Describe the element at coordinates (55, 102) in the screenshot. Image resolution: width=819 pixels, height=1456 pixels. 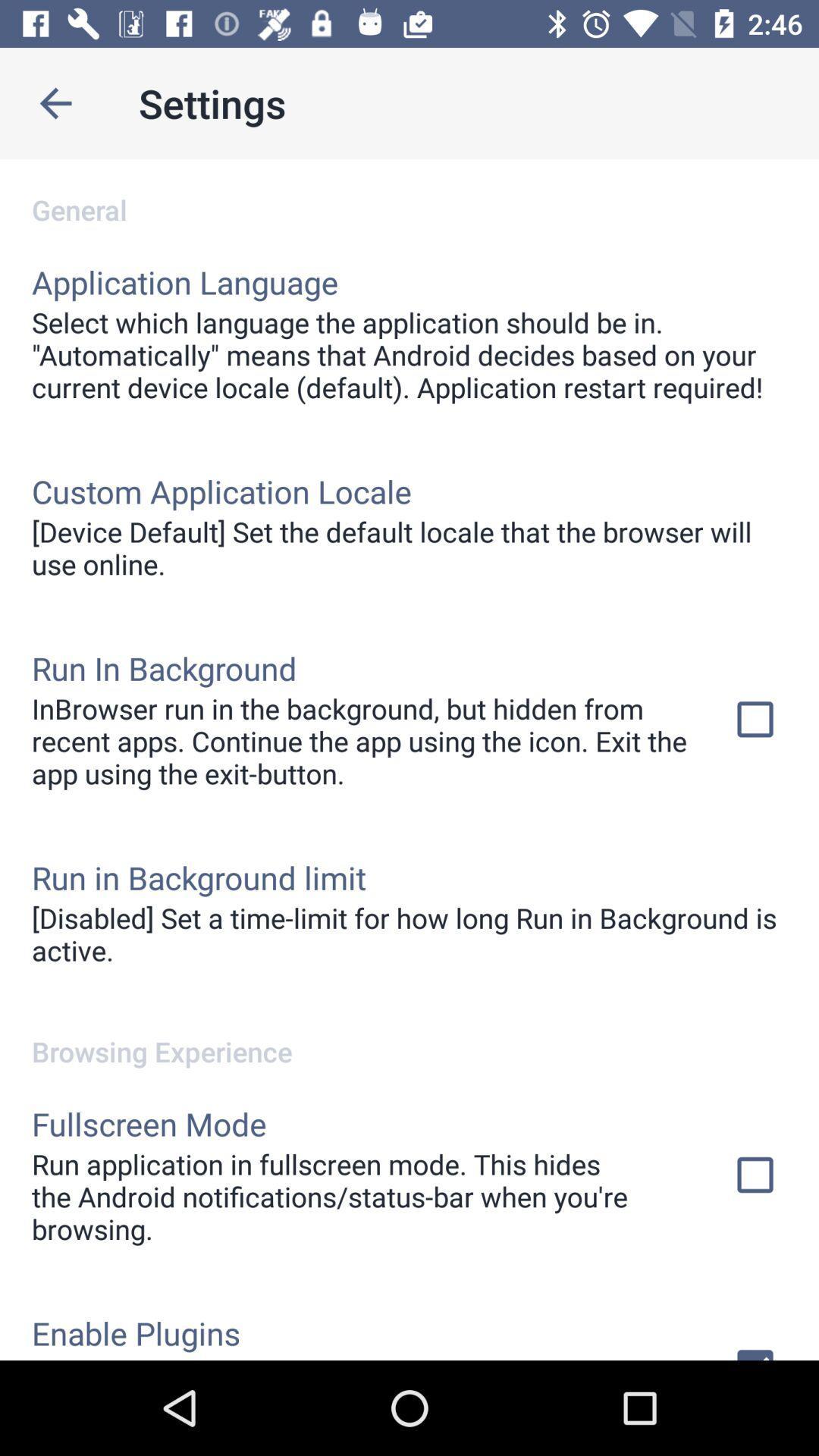
I see `icon next to   settings app` at that location.